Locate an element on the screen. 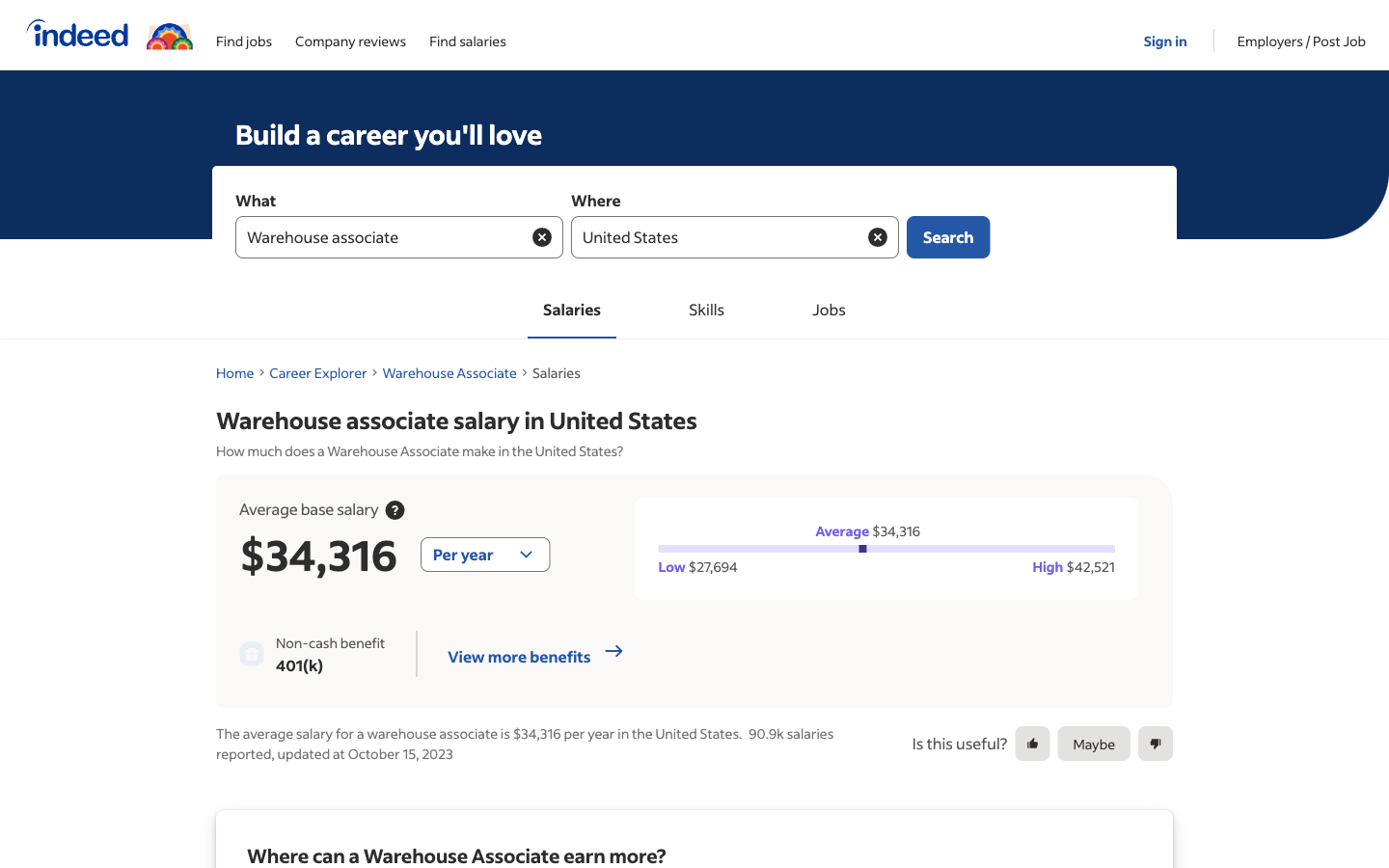  Proceed towards the Warehouse Associate Information Page is located at coordinates (449, 372).